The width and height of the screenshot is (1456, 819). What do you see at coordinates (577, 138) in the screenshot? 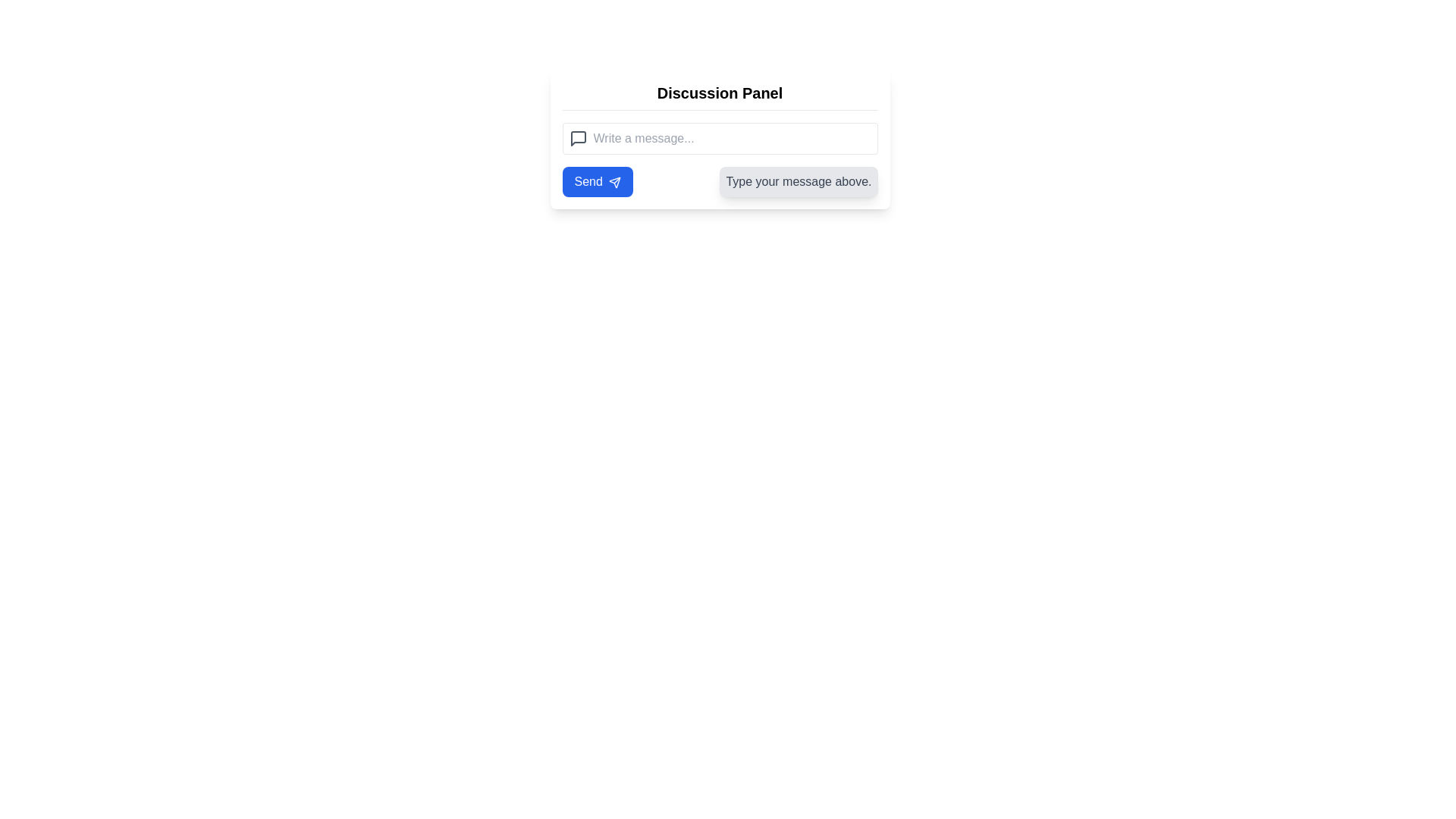
I see `the gray speech bubble outline icon located on the left side of the text input field labeled 'Write a message...'` at bounding box center [577, 138].